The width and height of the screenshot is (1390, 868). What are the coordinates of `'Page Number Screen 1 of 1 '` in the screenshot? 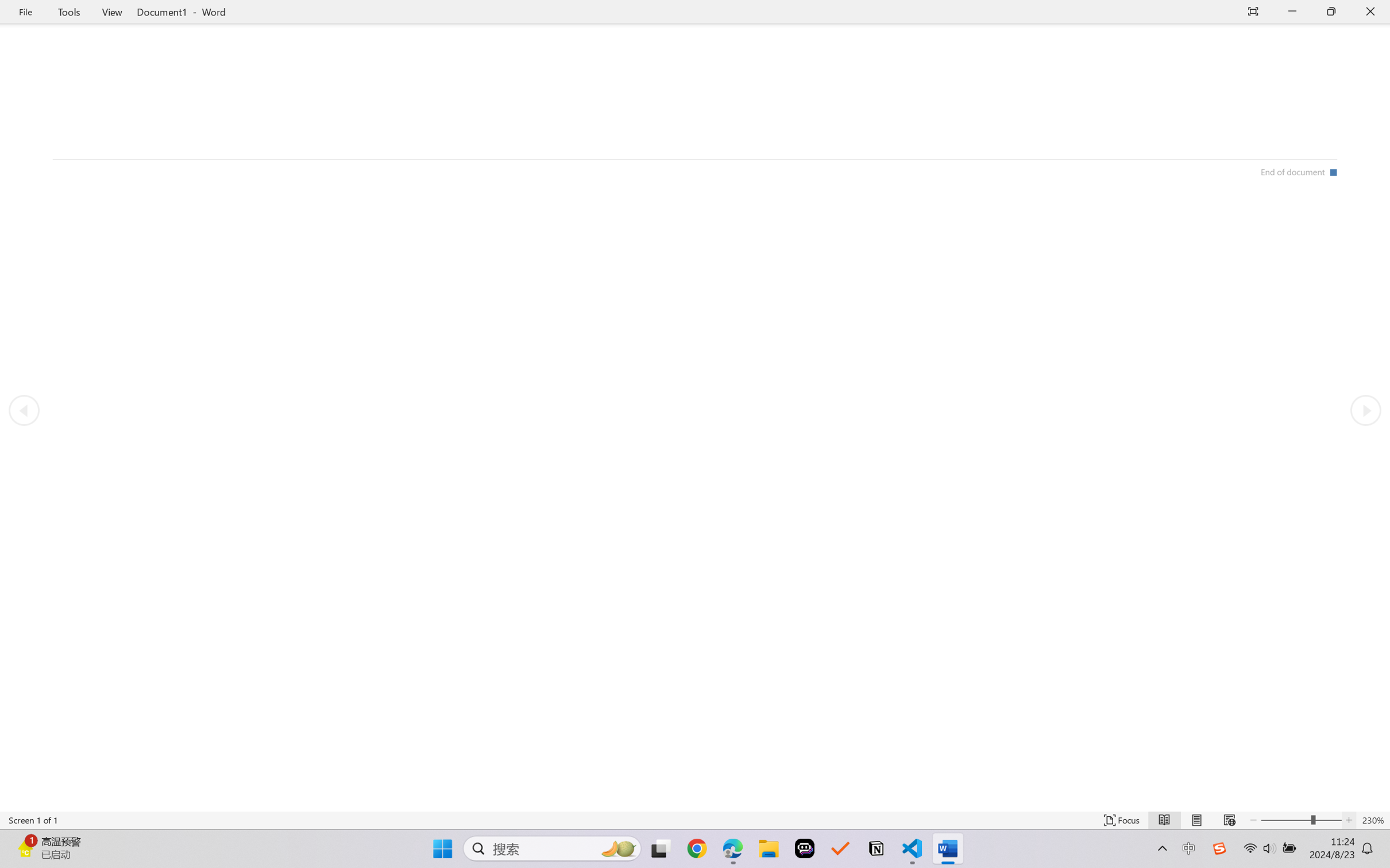 It's located at (33, 820).